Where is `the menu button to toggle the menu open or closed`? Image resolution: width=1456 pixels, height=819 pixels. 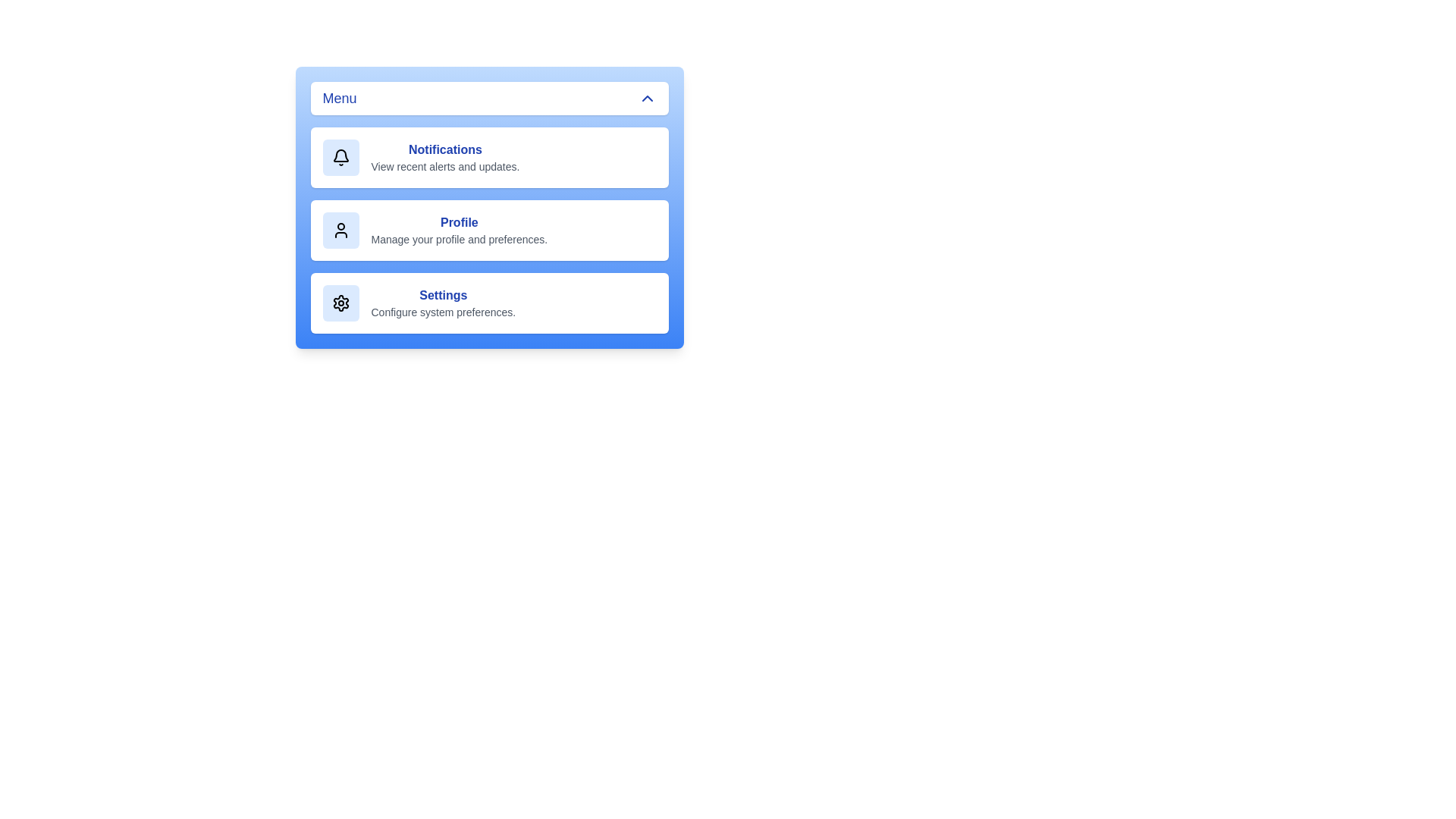 the menu button to toggle the menu open or closed is located at coordinates (489, 99).